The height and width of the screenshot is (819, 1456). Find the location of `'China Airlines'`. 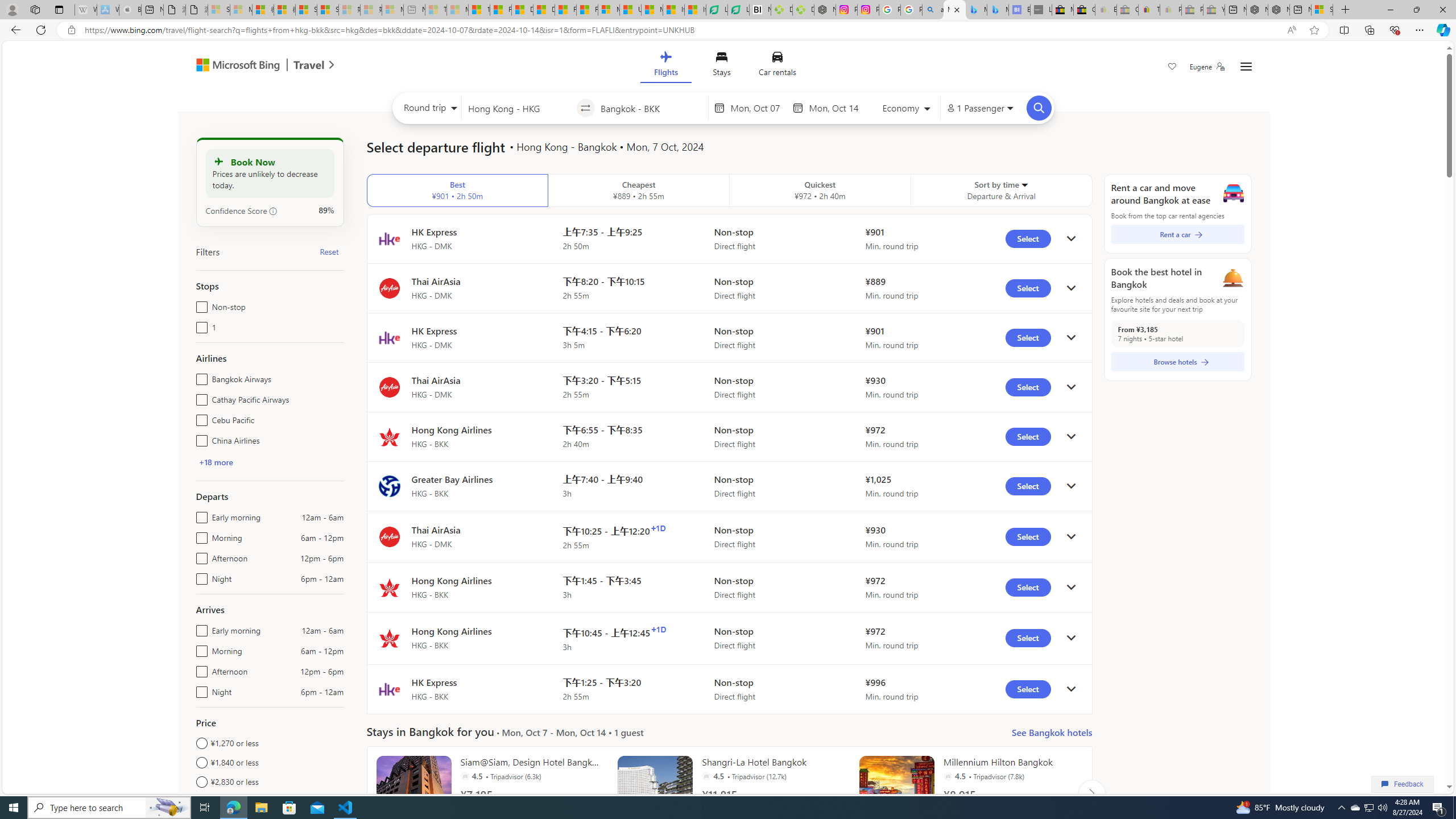

'China Airlines' is located at coordinates (199, 438).